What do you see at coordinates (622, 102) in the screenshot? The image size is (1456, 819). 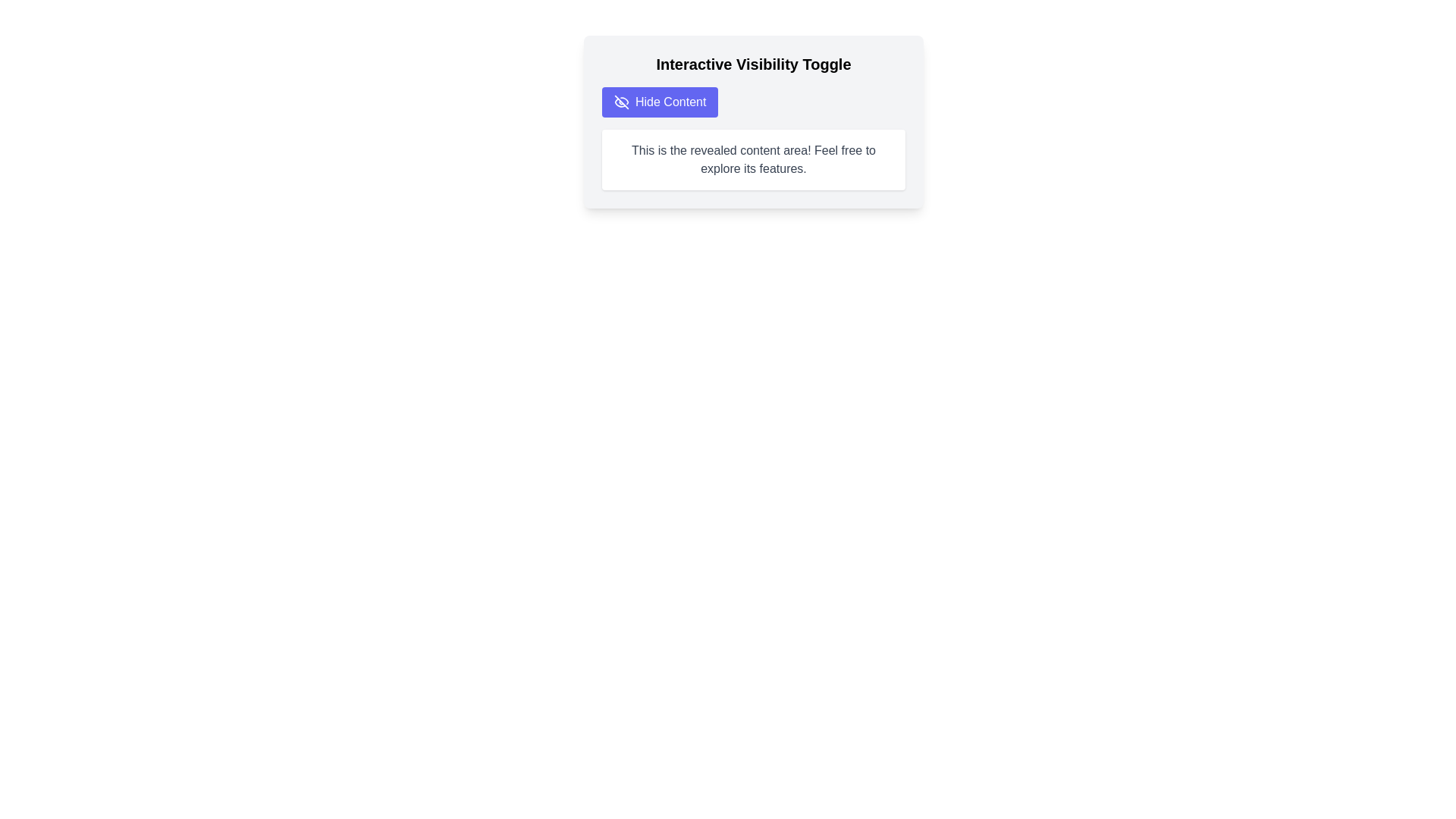 I see `the 'hide' icon located within the 'Hide Content' button` at bounding box center [622, 102].